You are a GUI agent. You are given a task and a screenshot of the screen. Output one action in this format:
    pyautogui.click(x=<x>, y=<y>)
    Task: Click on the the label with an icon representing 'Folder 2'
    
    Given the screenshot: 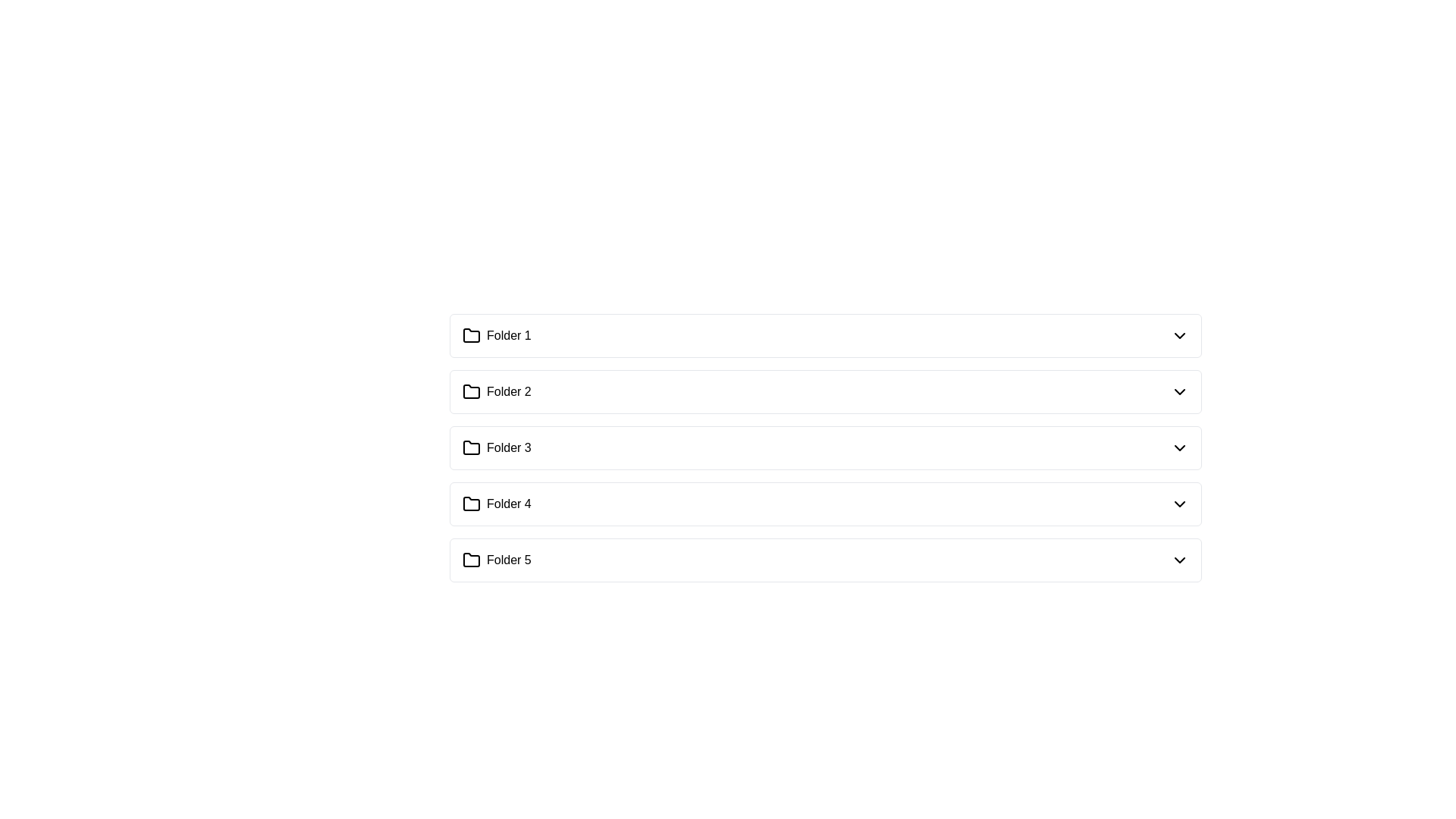 What is the action you would take?
    pyautogui.click(x=496, y=391)
    